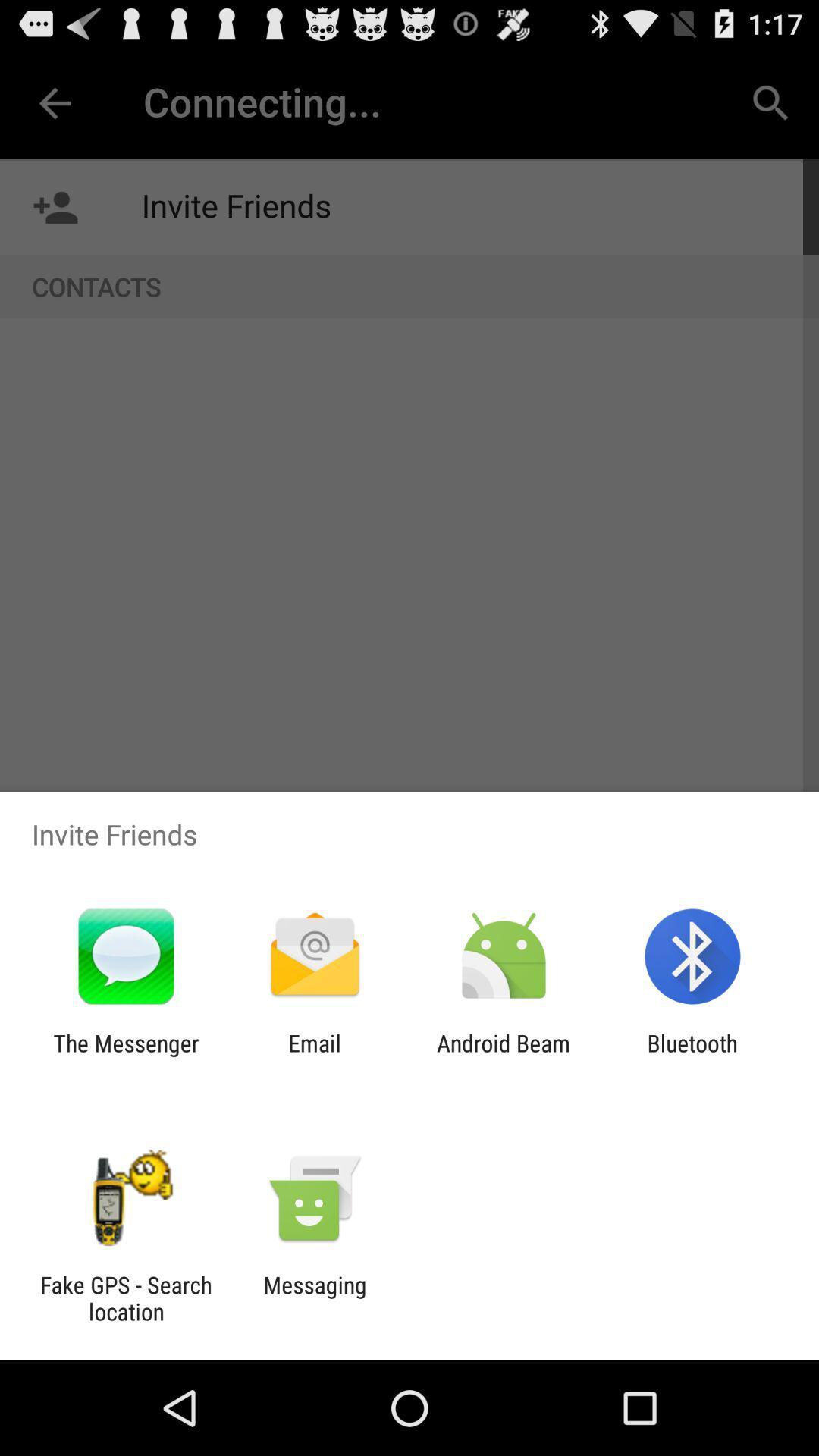 This screenshot has width=819, height=1456. I want to click on icon next to the bluetooth icon, so click(504, 1056).